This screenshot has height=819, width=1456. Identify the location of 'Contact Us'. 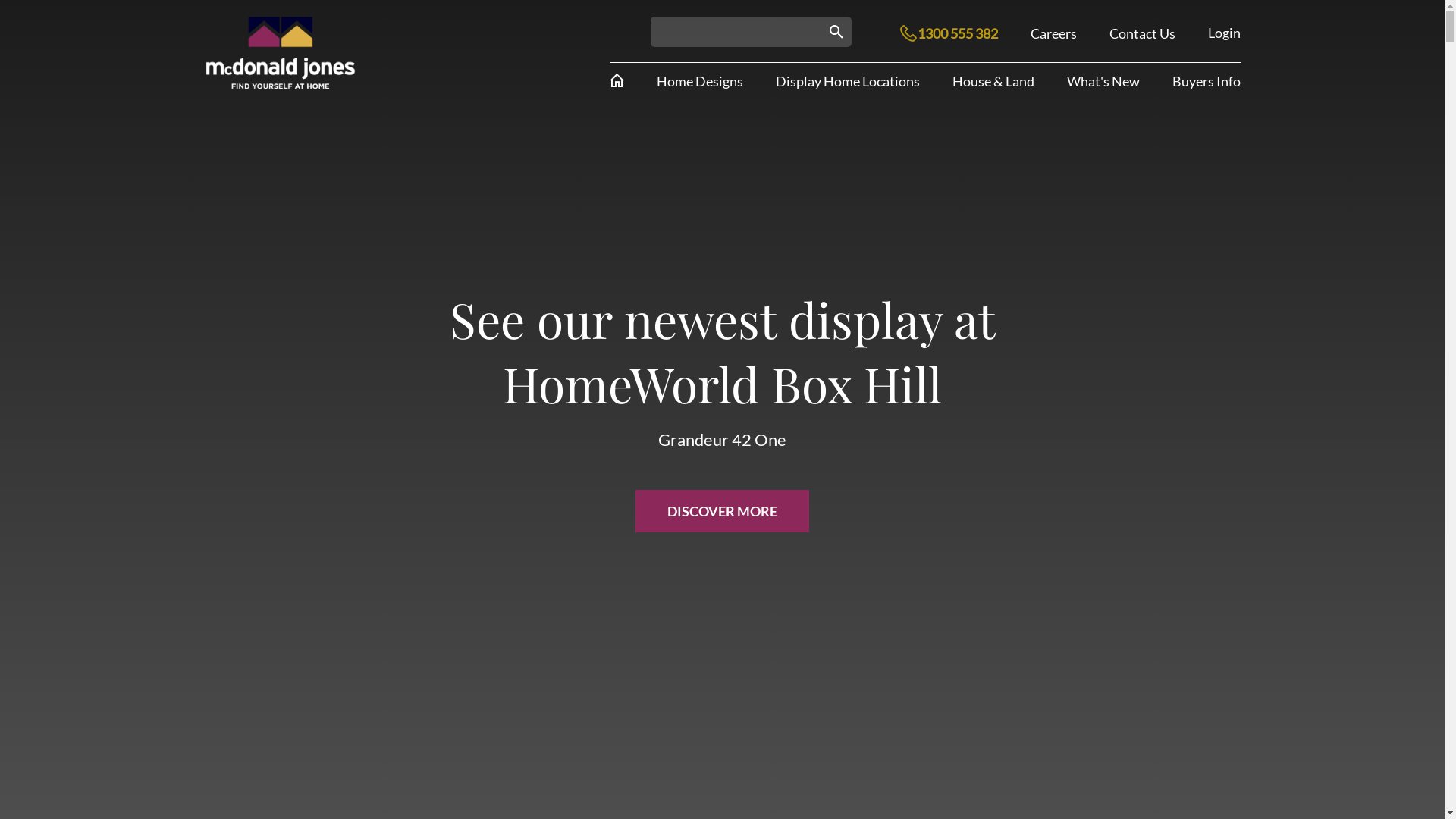
(1141, 33).